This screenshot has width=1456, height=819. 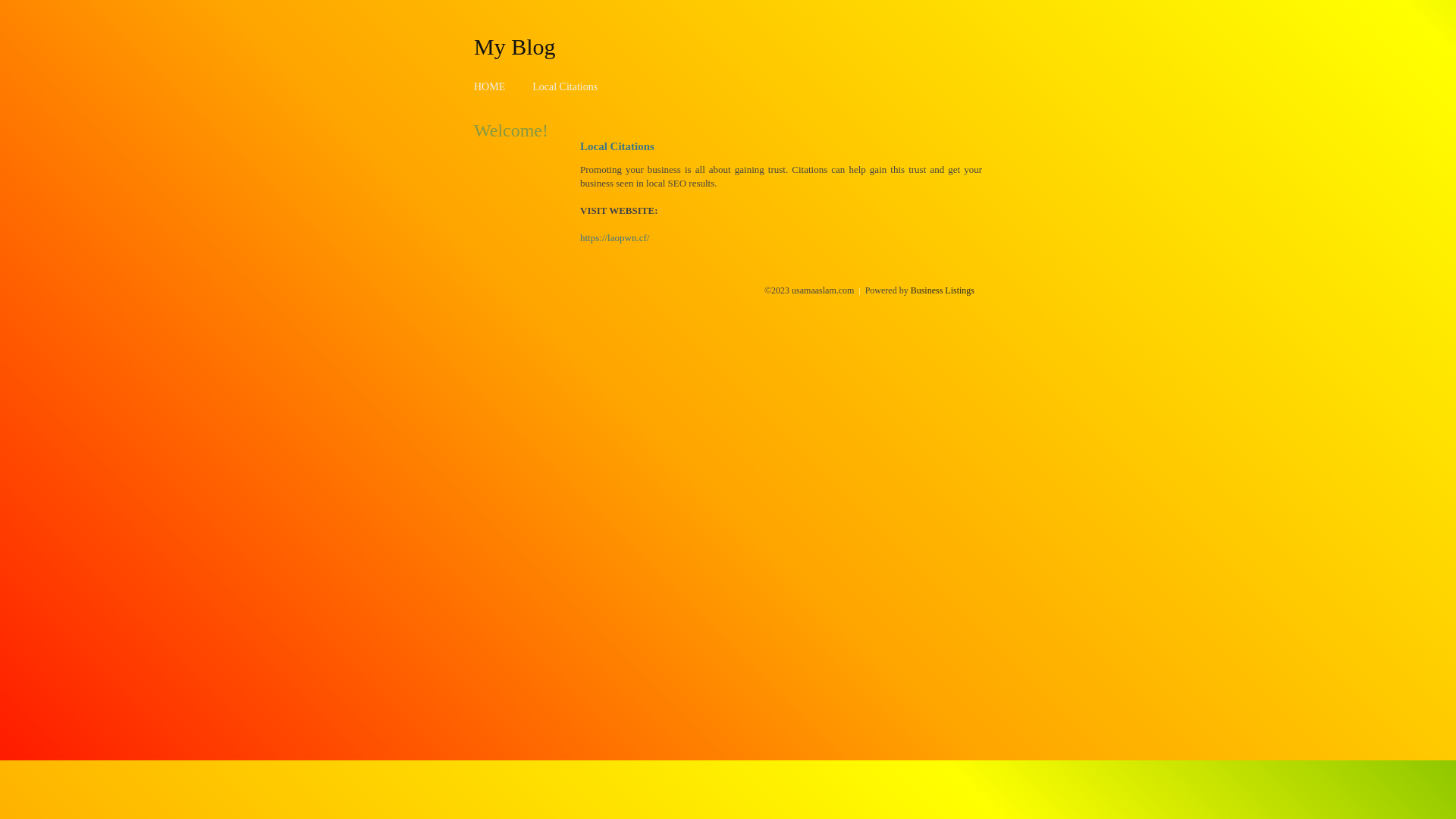 What do you see at coordinates (514, 45) in the screenshot?
I see `'My Blog'` at bounding box center [514, 45].